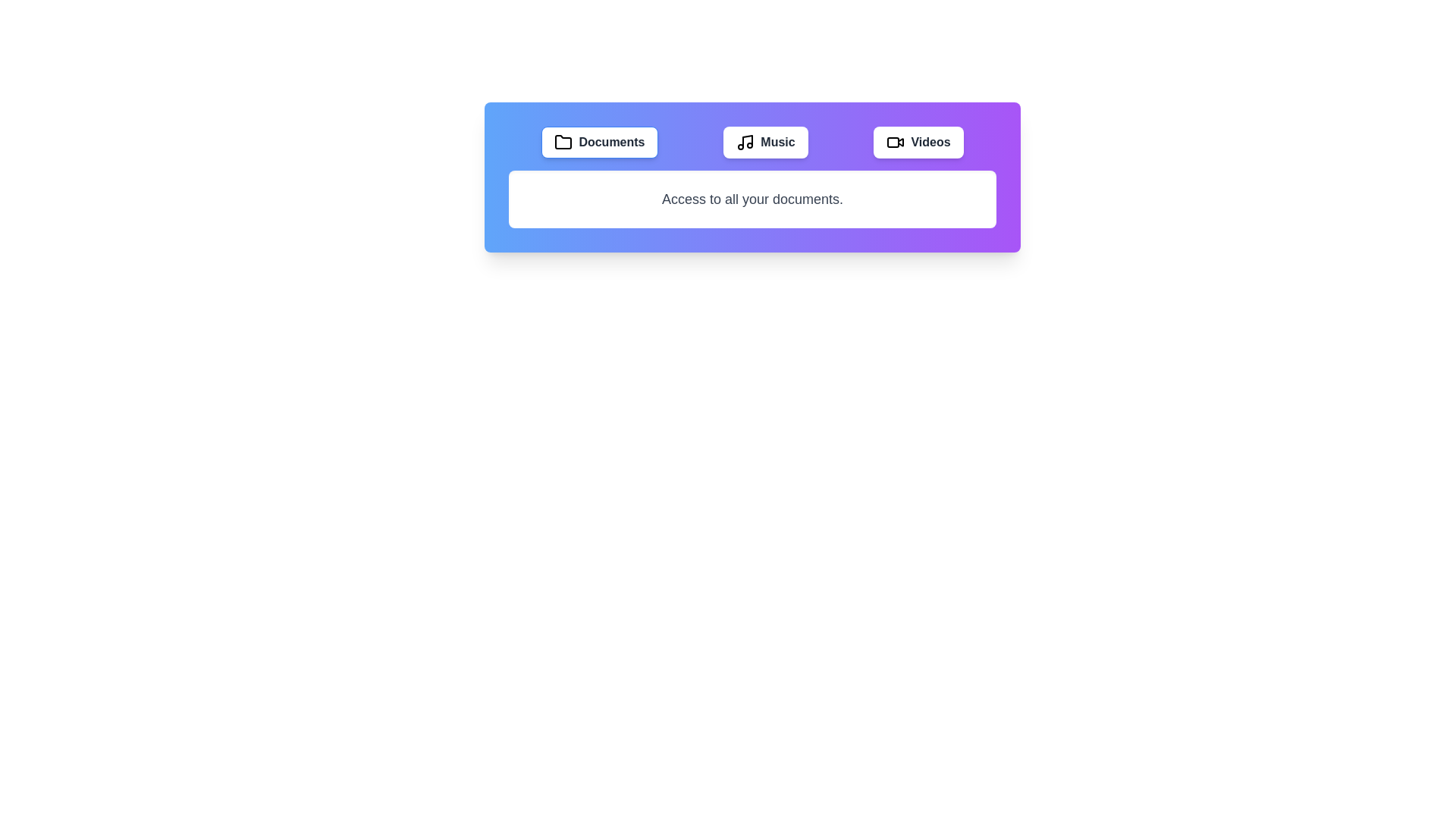  I want to click on the tab labeled Videos by clicking on its header, so click(918, 143).